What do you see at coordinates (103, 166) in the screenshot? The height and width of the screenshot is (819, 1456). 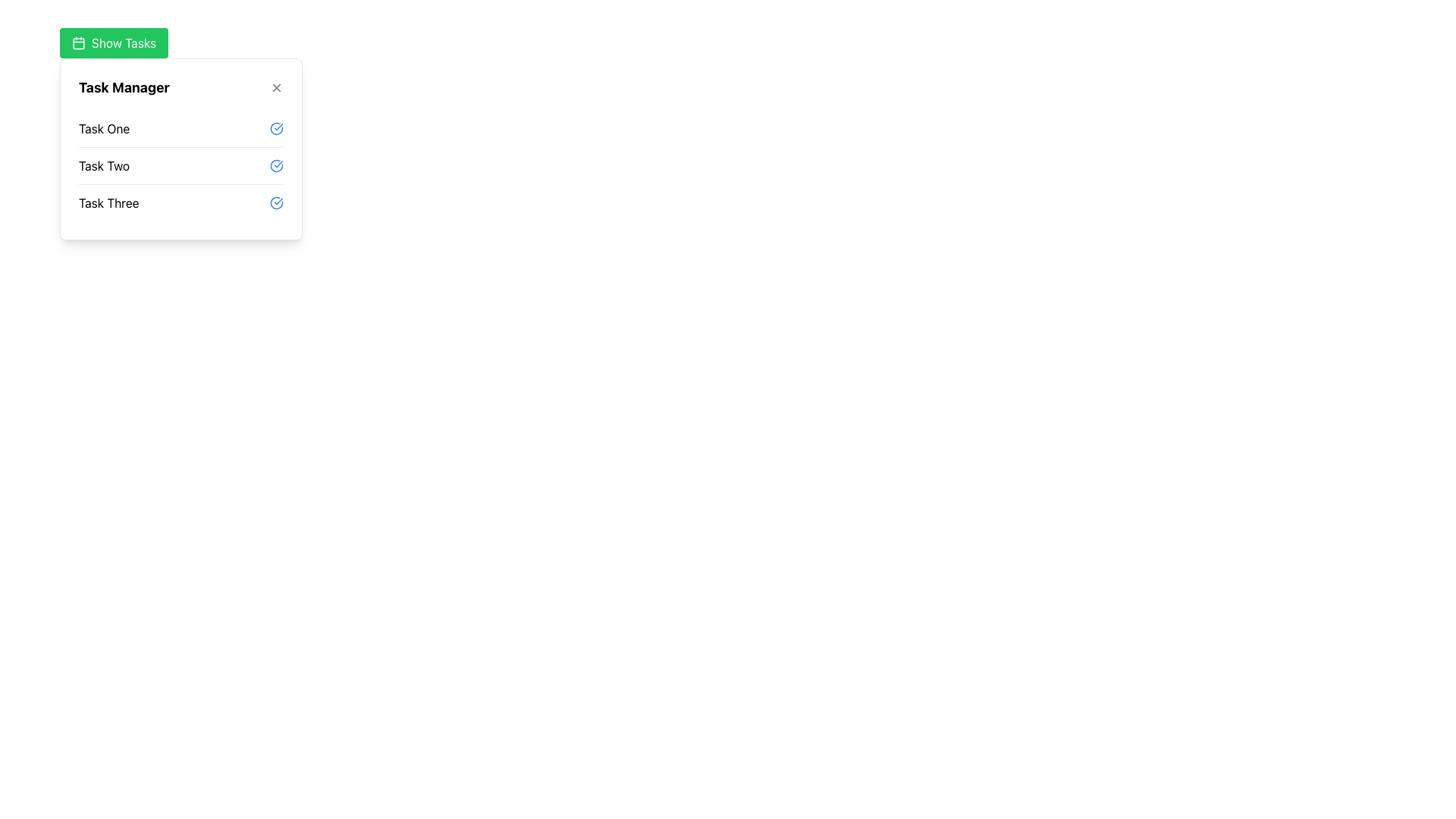 I see `the second task label in the task management list, which is located below 'Task One' and above 'Task Three', aligned to the left of the panel` at bounding box center [103, 166].